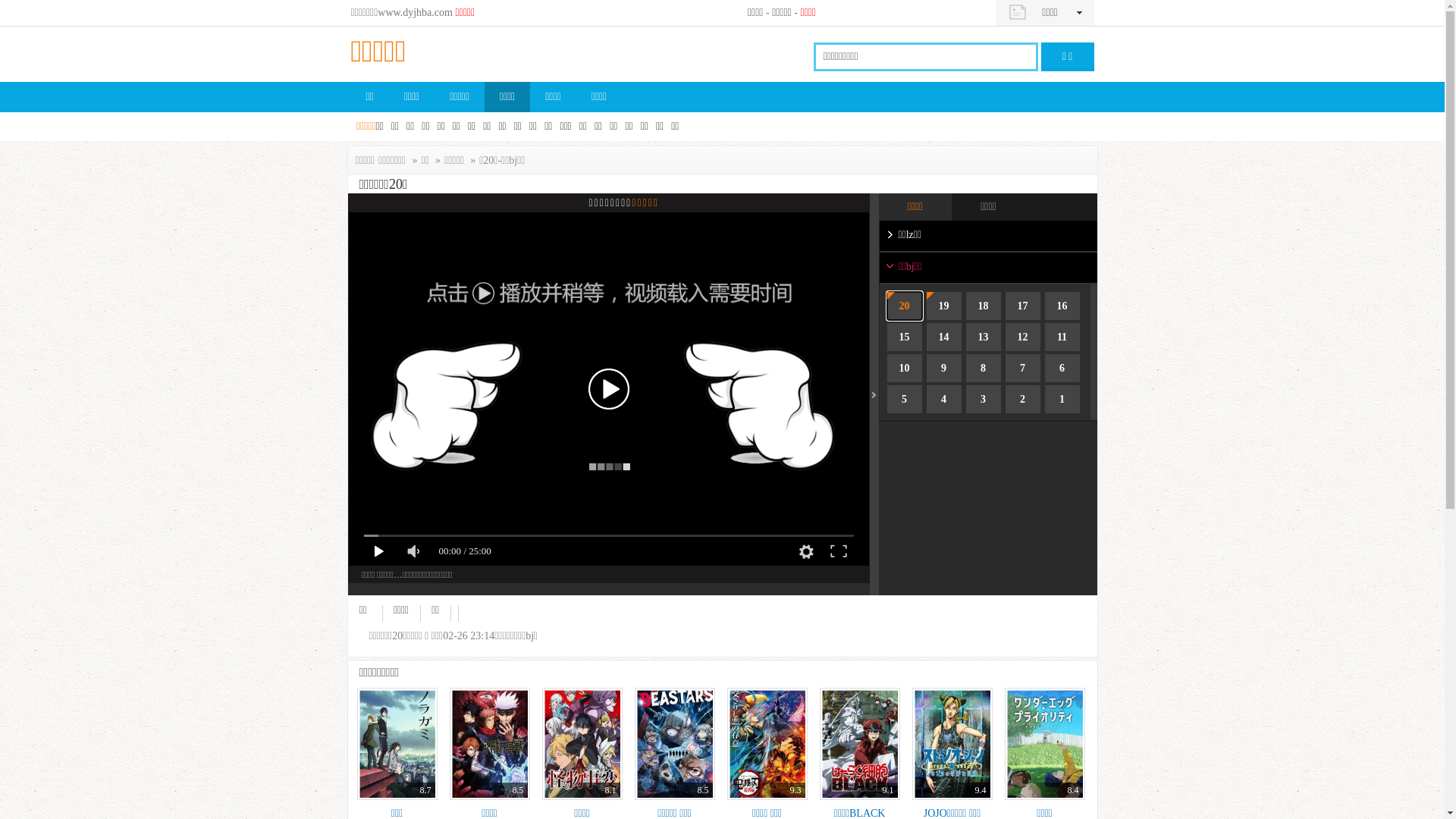 This screenshot has width=1456, height=819. Describe the element at coordinates (965, 306) in the screenshot. I see `'18'` at that location.